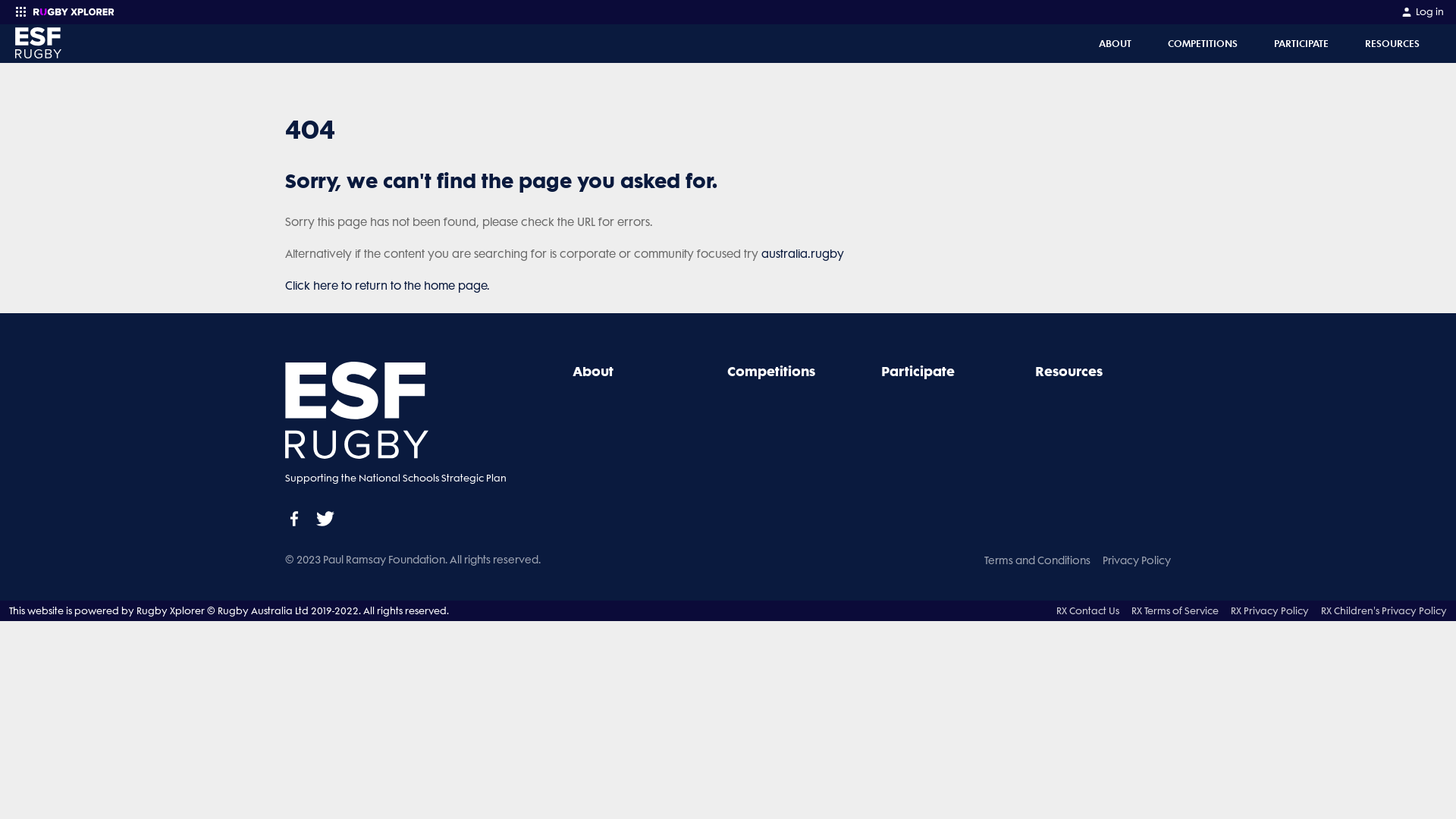  I want to click on 'ABOUT', so click(1115, 42).